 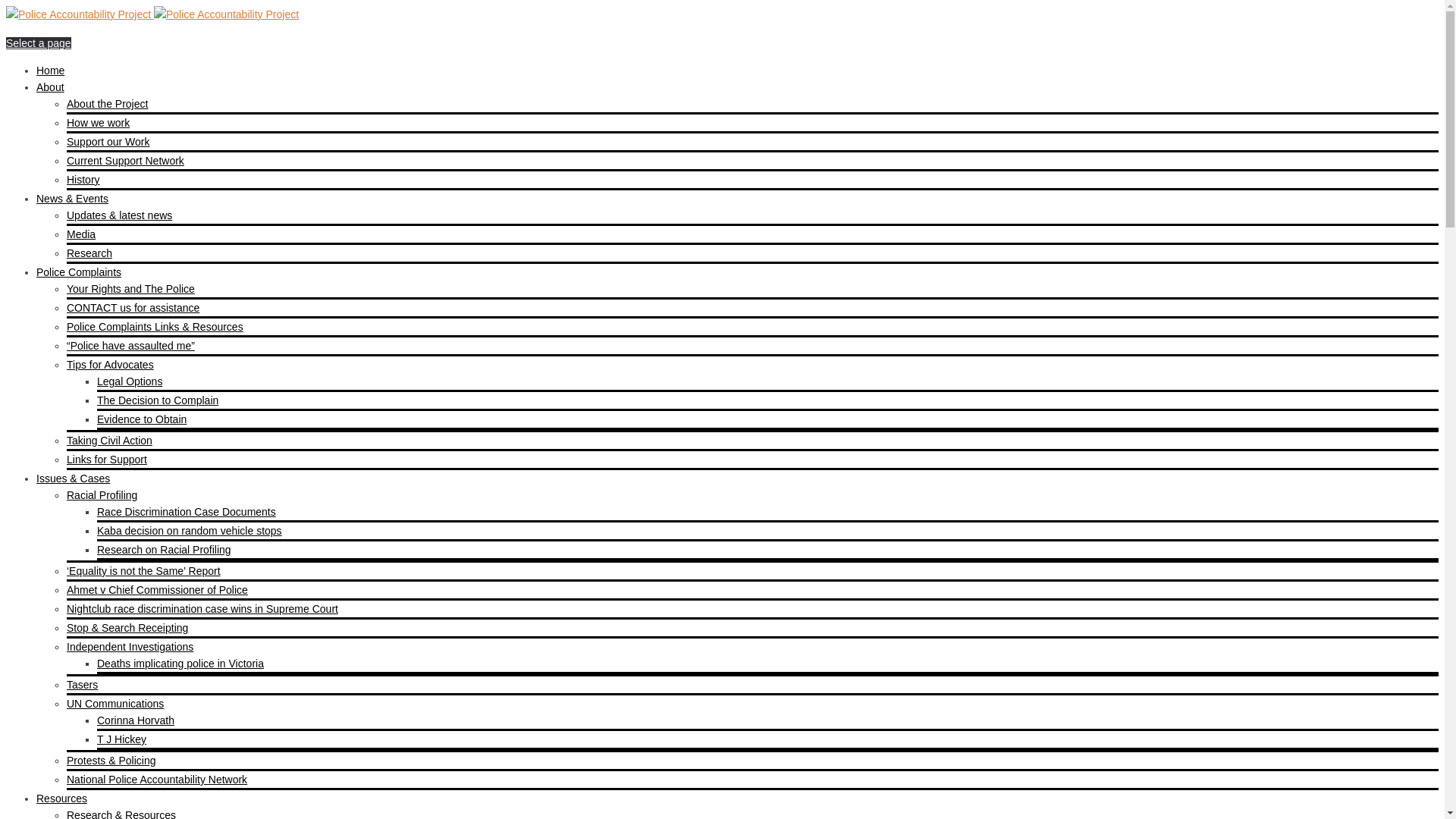 What do you see at coordinates (50, 87) in the screenshot?
I see `'About'` at bounding box center [50, 87].